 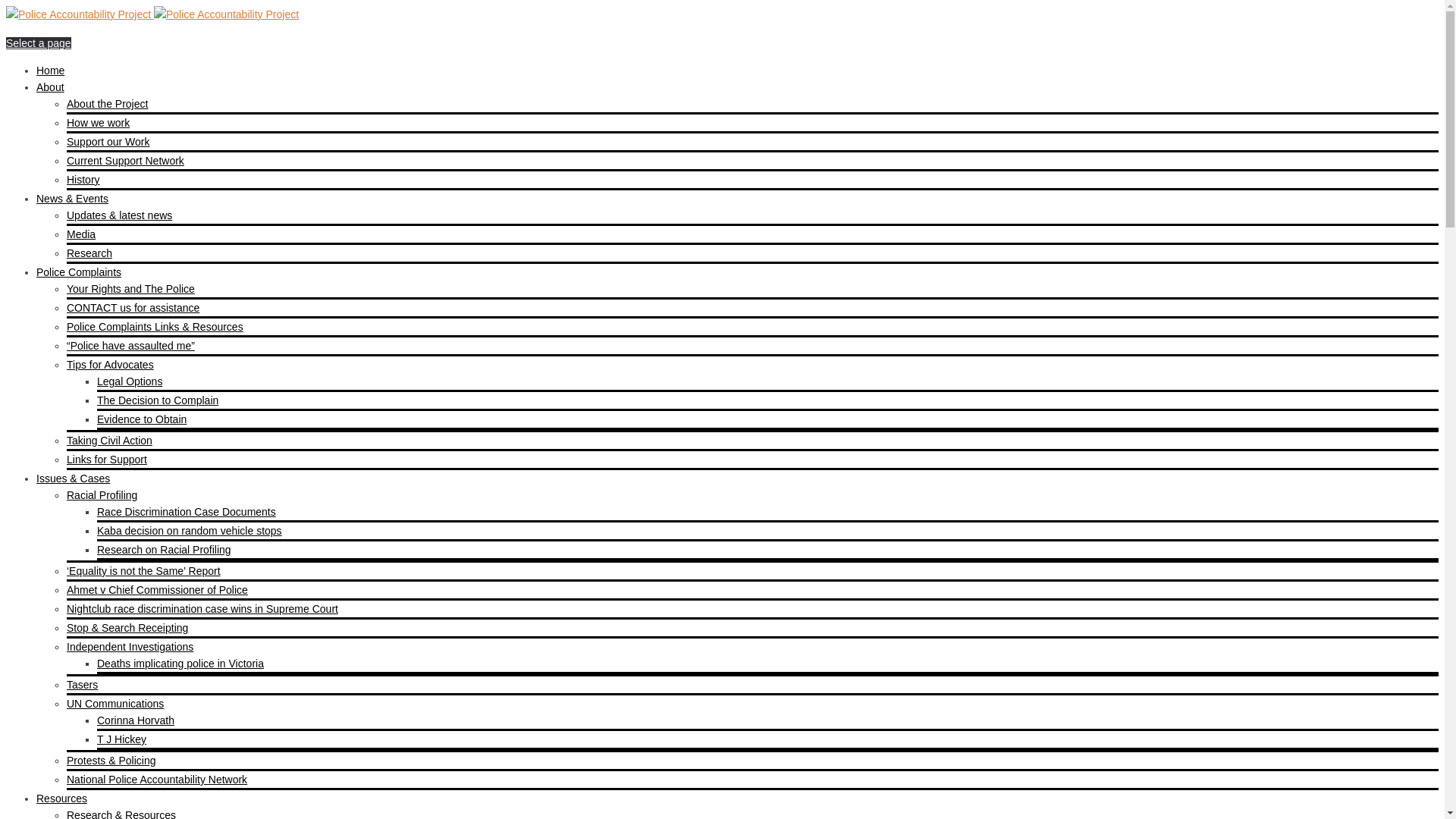 What do you see at coordinates (50, 87) in the screenshot?
I see `'About'` at bounding box center [50, 87].